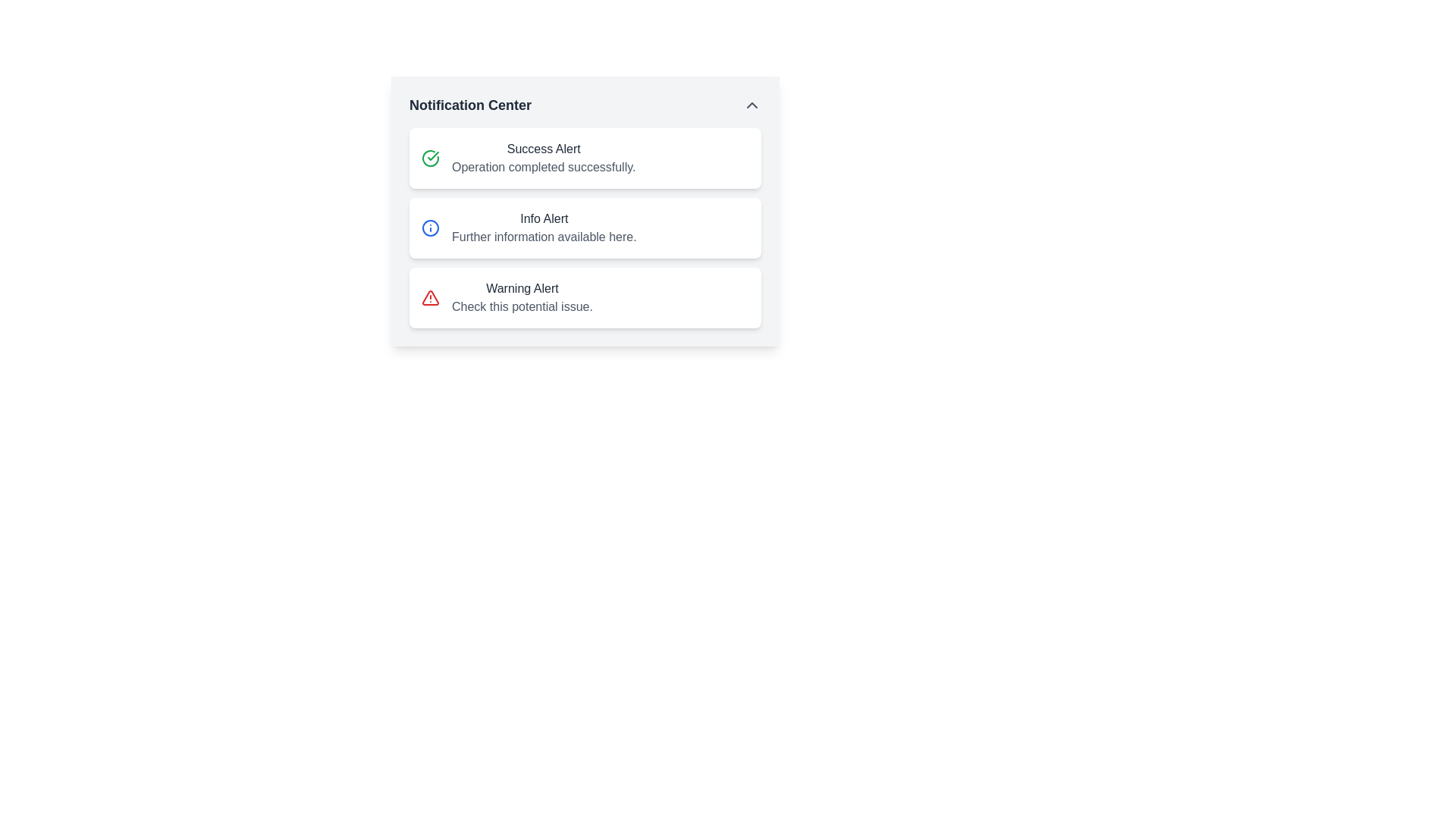 This screenshot has height=819, width=1456. Describe the element at coordinates (429, 227) in the screenshot. I see `the outermost circular component of the 'info' icon in the 'Info Alert' notification section` at that location.